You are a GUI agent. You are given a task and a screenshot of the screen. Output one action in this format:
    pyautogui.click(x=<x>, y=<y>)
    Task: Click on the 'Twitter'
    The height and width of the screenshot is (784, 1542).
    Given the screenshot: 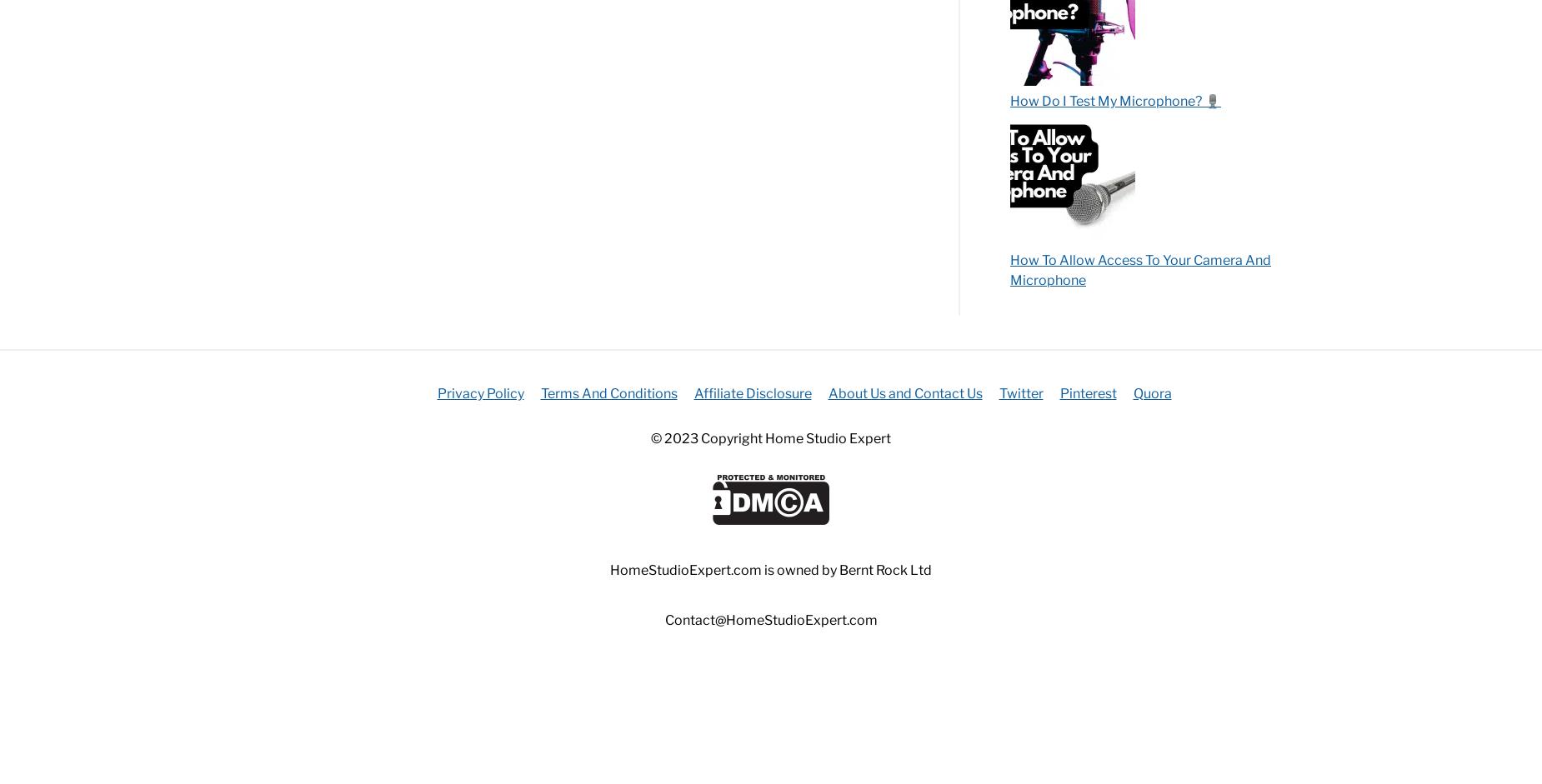 What is the action you would take?
    pyautogui.click(x=1019, y=392)
    